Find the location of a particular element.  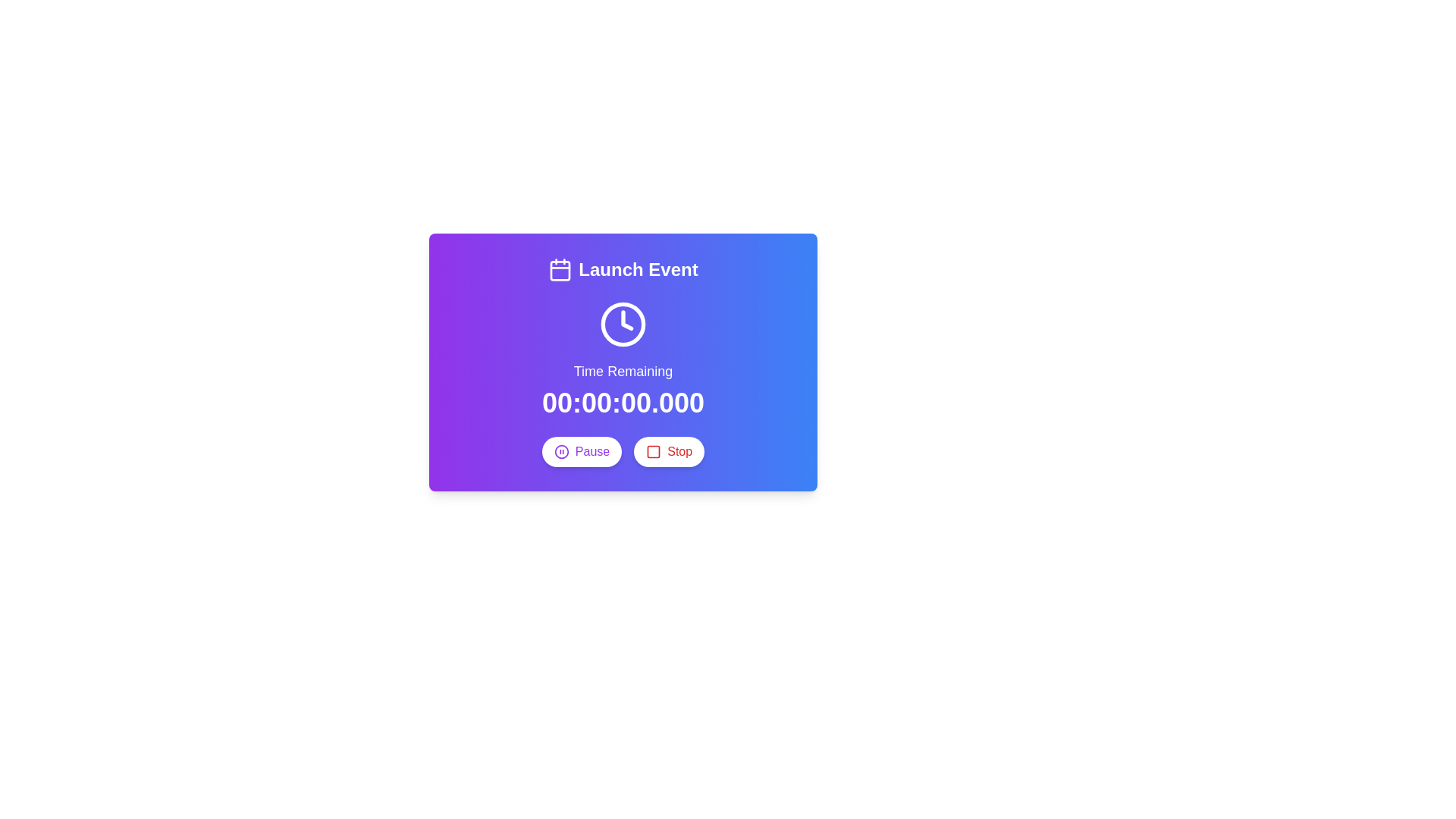

the clock icon SVG graphic that is located above the 'Time Remaining' text is located at coordinates (623, 324).